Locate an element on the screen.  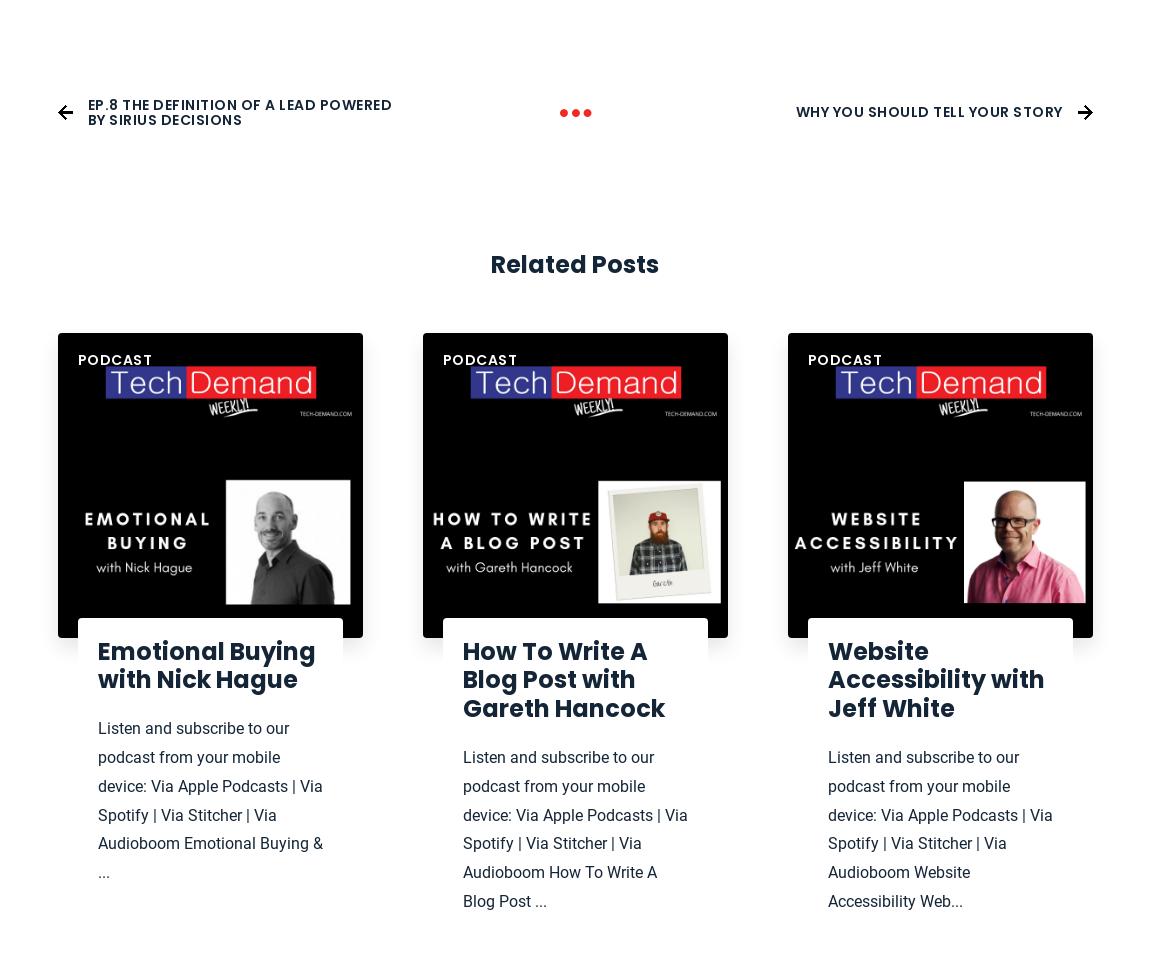
'Website Accessibility with Jeff White' is located at coordinates (825, 679).